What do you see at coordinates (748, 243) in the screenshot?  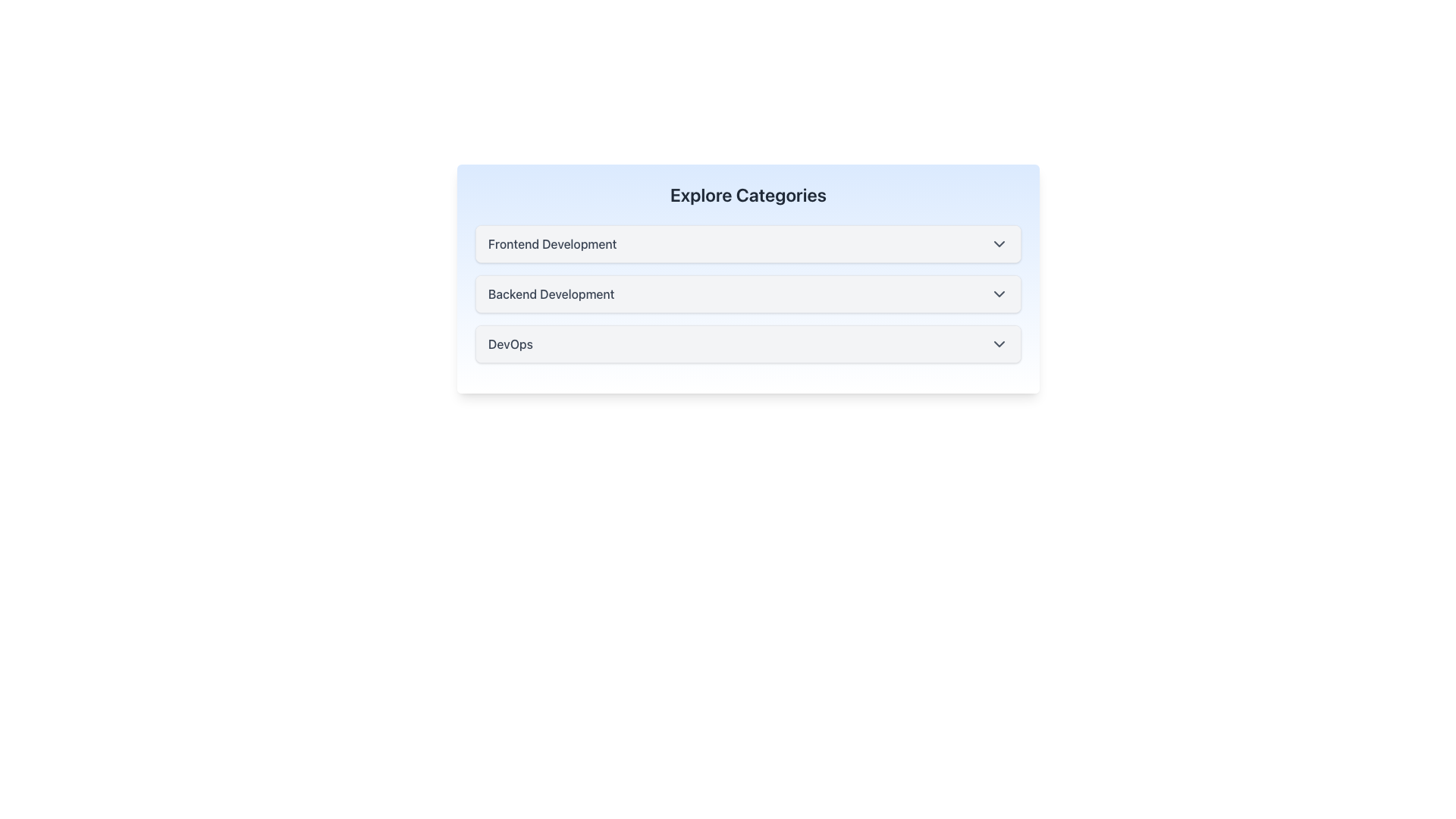 I see `the 'Frontend Development' button, which is the first item in a vertically aligned list of categories` at bounding box center [748, 243].